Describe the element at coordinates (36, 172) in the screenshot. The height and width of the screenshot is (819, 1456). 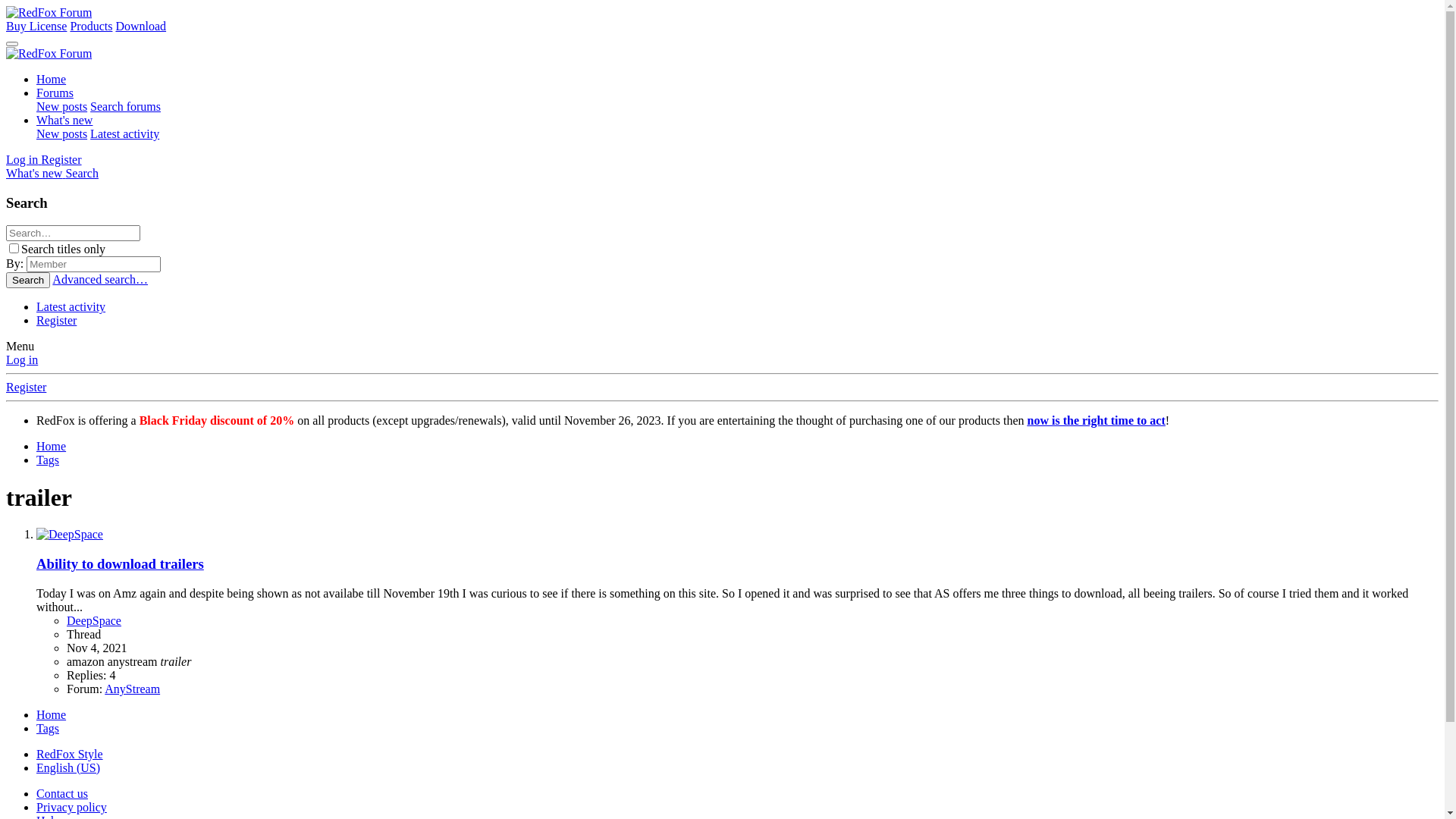
I see `'What's new'` at that location.